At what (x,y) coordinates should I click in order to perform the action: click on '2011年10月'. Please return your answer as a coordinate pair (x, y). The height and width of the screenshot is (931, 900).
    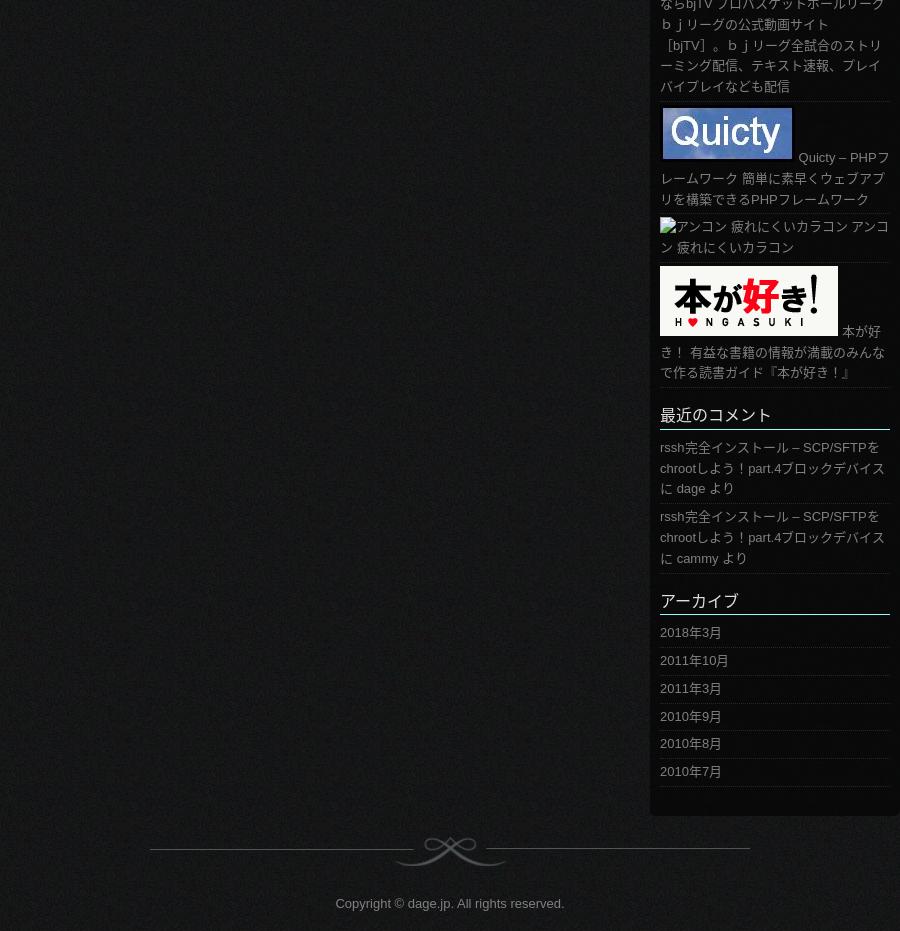
    Looking at the image, I should click on (693, 660).